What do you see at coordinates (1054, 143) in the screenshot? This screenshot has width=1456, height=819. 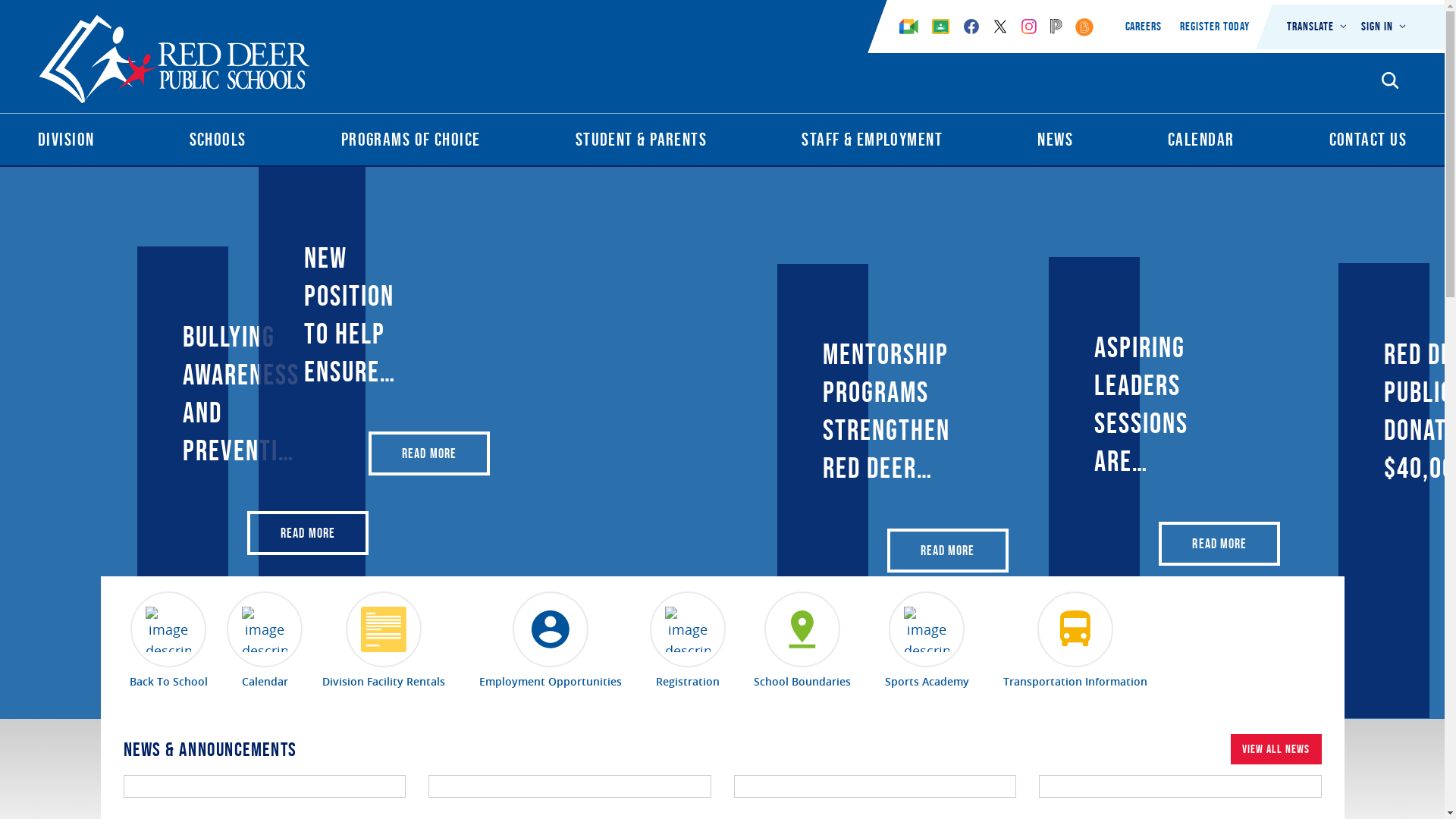 I see `'News'` at bounding box center [1054, 143].